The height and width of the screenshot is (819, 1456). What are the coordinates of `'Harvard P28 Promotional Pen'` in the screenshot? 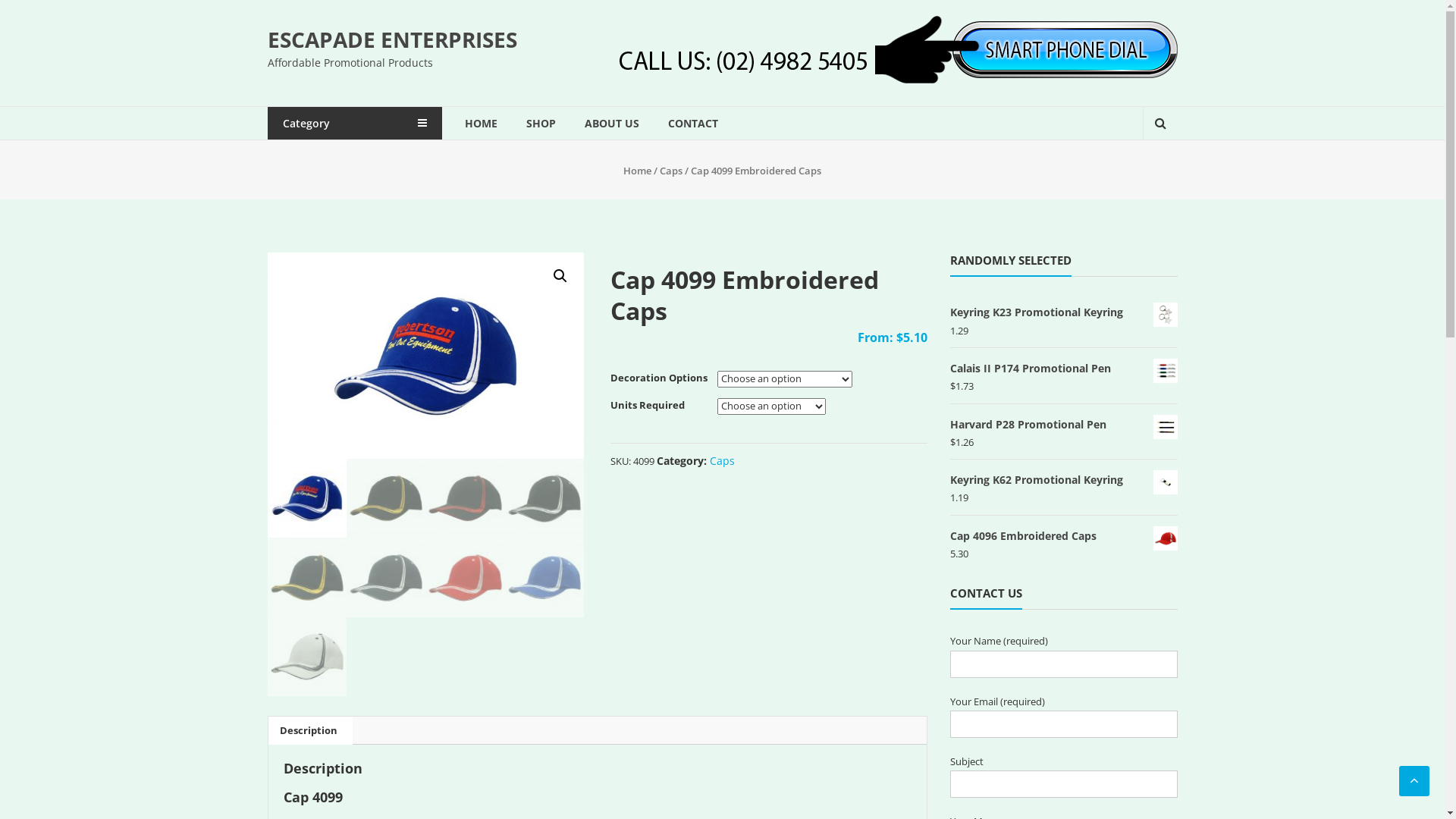 It's located at (1062, 424).